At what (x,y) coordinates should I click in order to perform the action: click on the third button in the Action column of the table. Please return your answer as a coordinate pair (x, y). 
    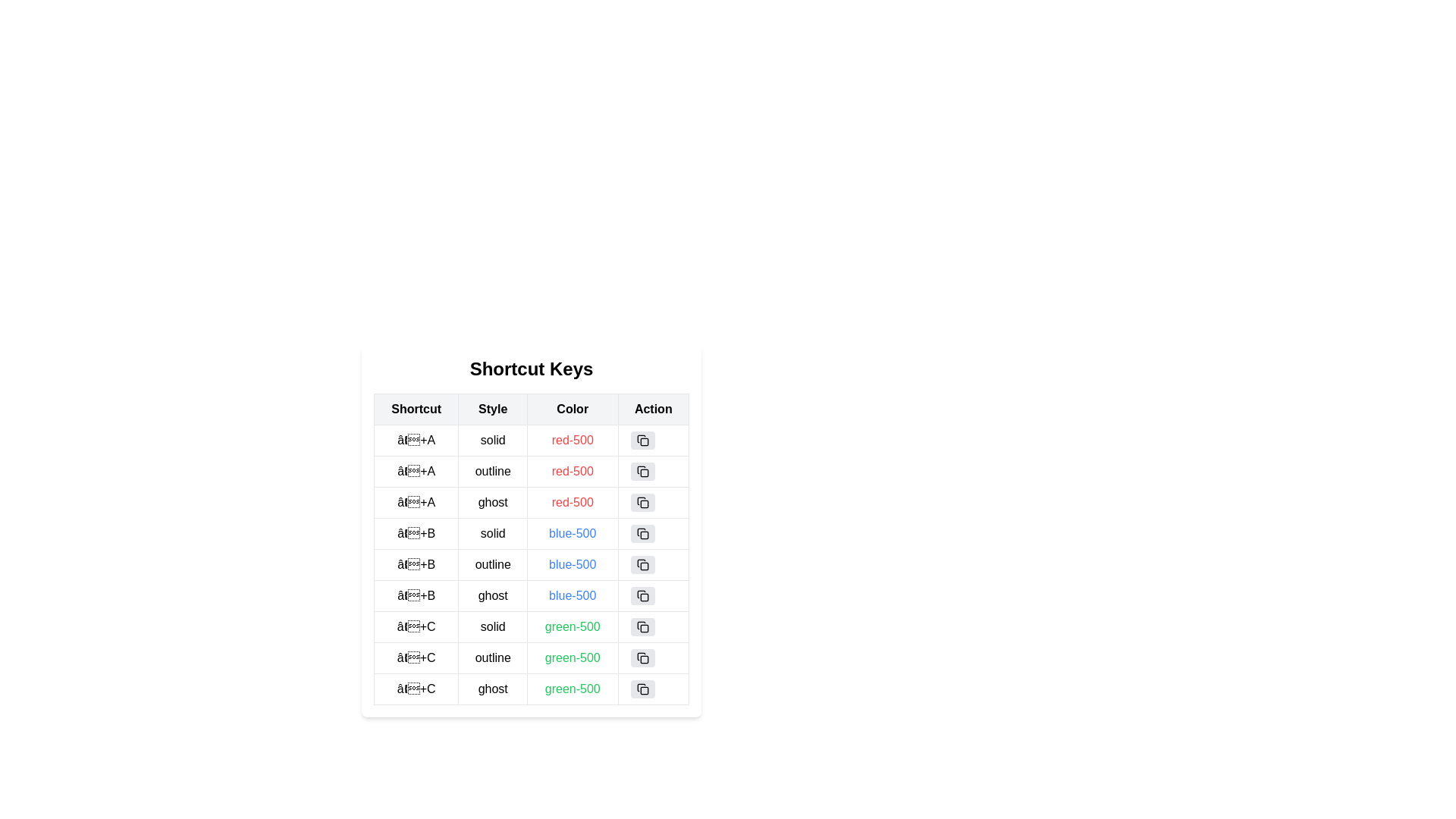
    Looking at the image, I should click on (642, 503).